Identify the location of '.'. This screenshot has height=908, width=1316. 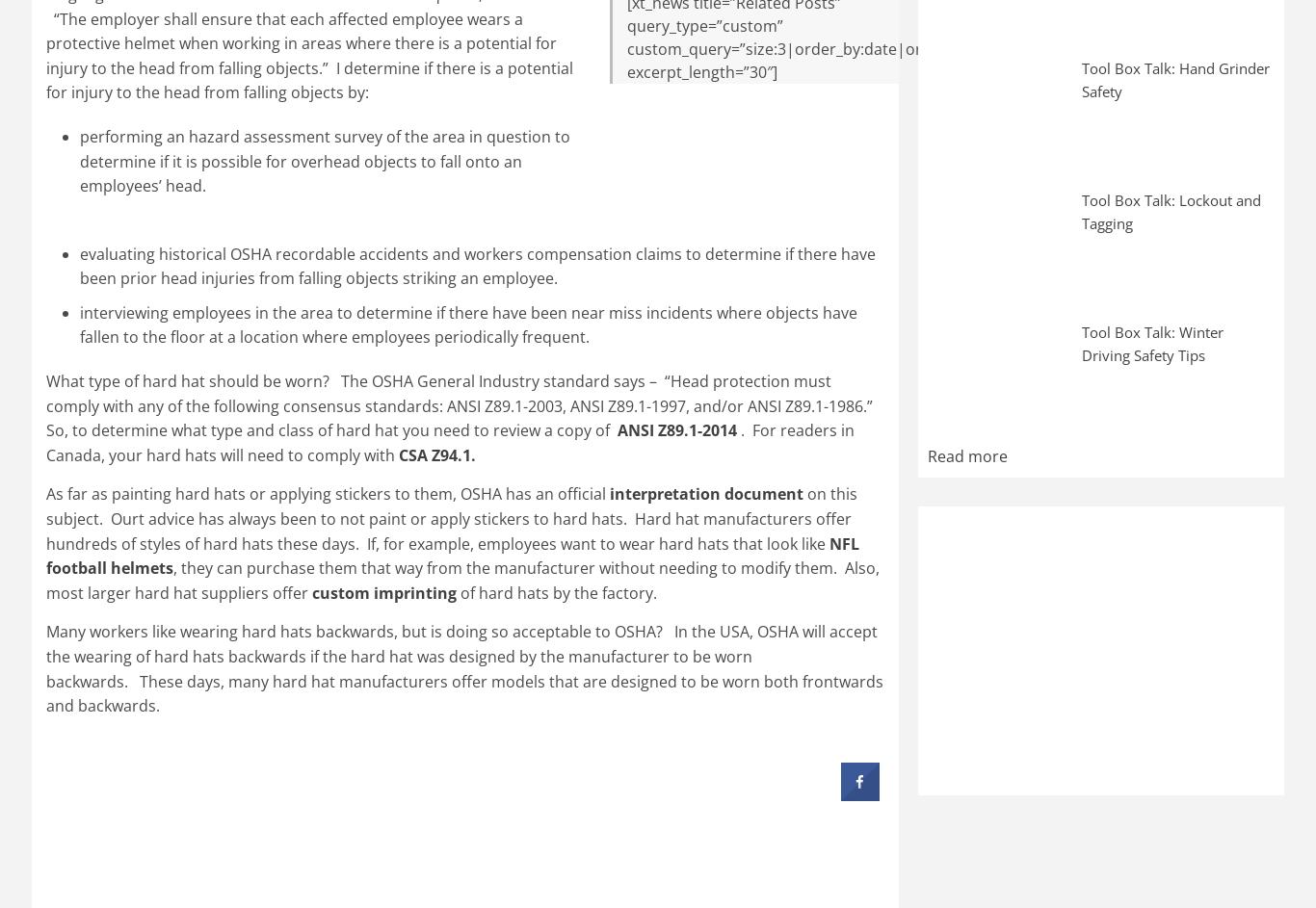
(473, 454).